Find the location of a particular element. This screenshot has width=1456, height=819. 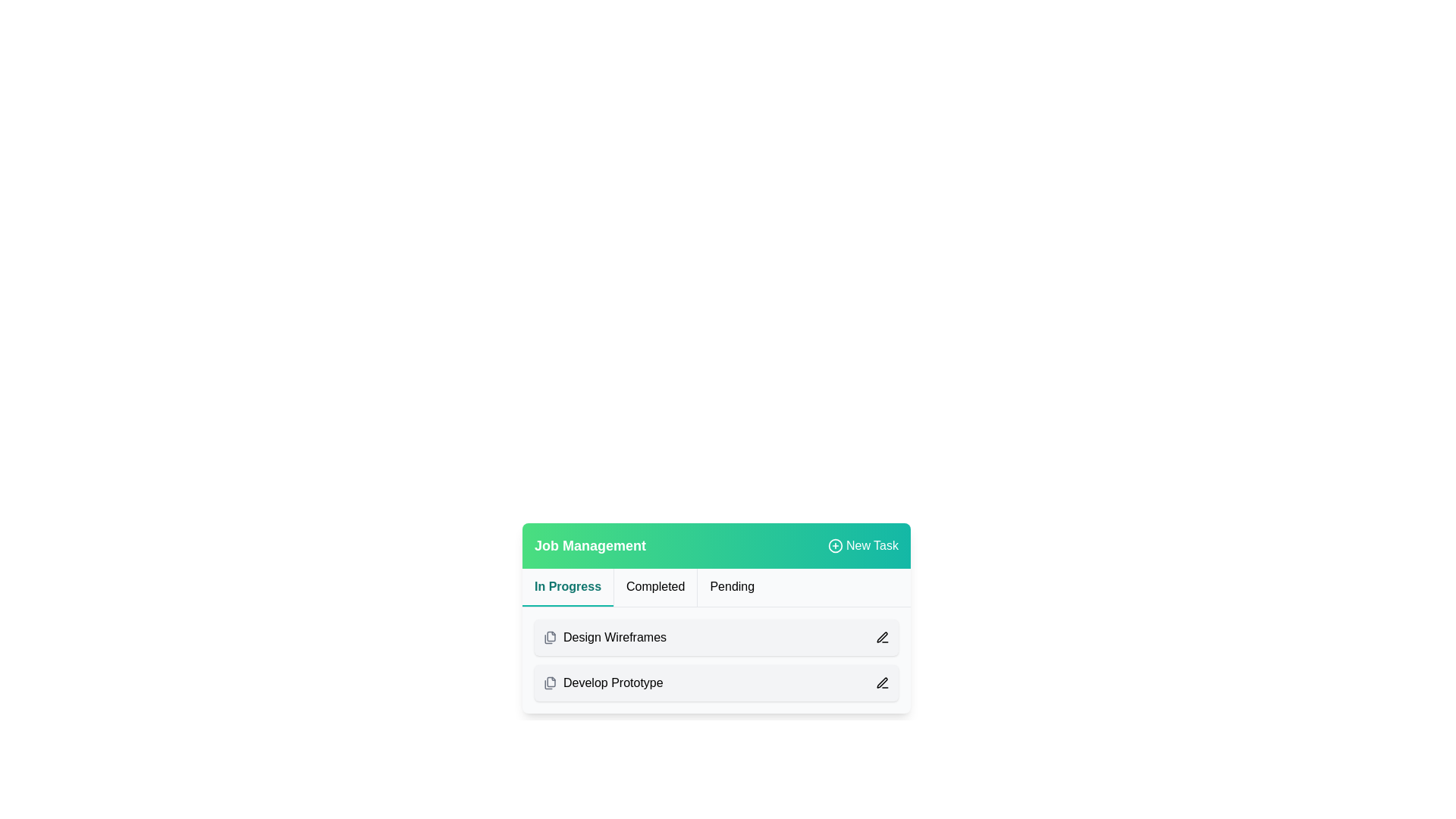

the pen icon button located to the right of the 'Design Wireframes' text label in the 'In Progress' task row is located at coordinates (882, 637).